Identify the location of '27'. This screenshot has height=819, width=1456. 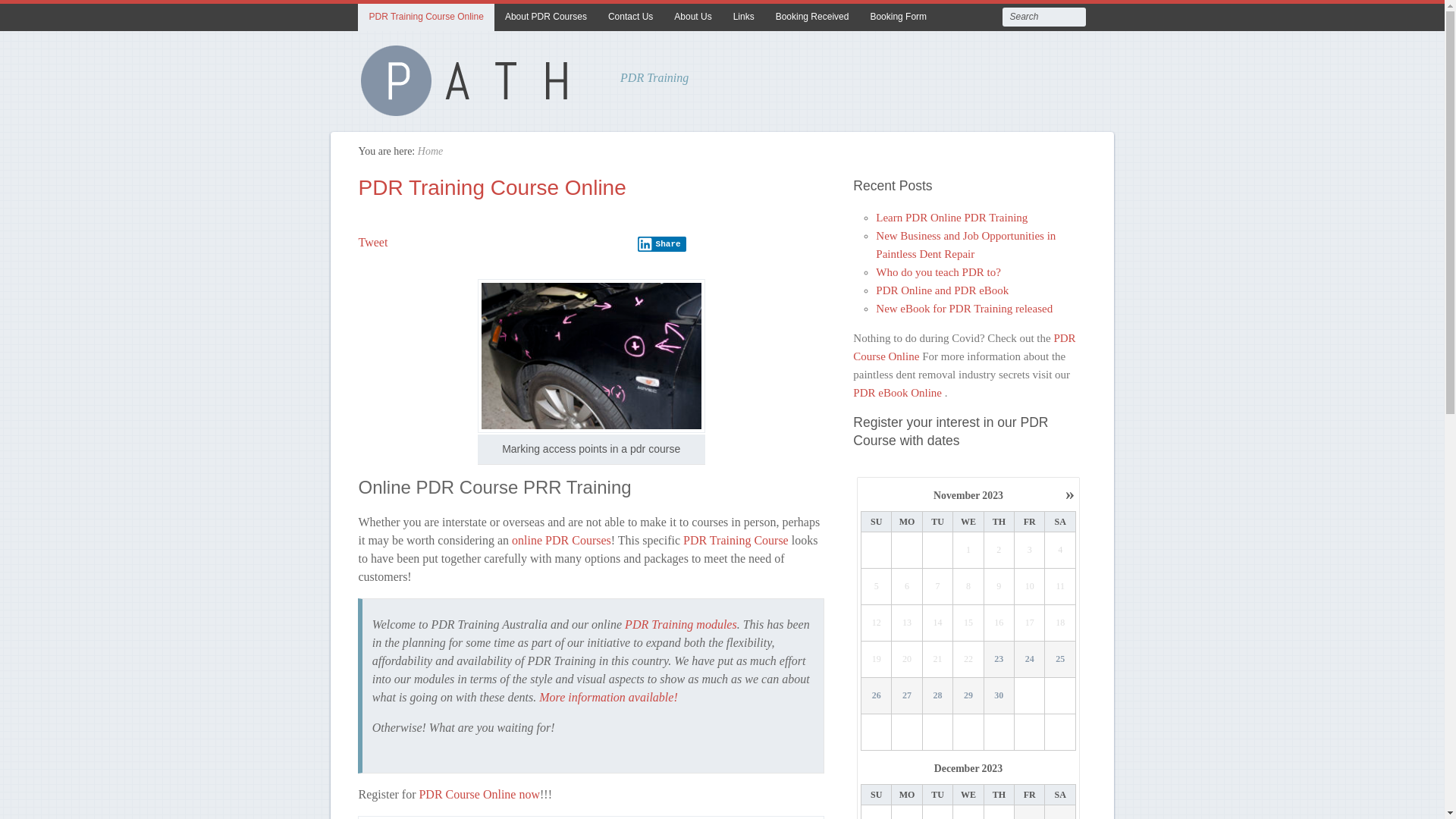
(892, 695).